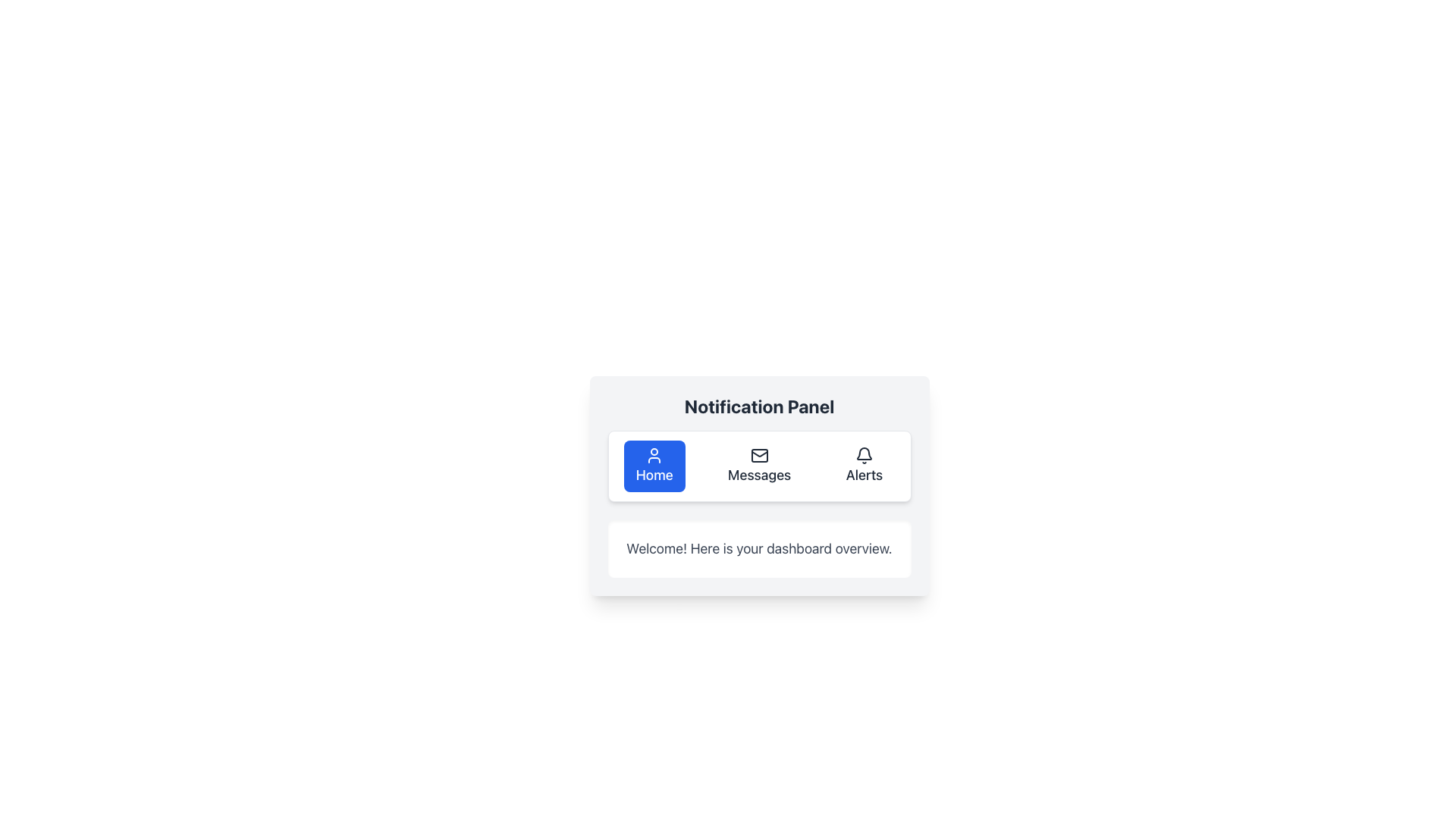 This screenshot has width=1456, height=819. I want to click on the Static text block with styled background located in the Notification Panel, positioned at the bottom of the layout, so click(759, 549).